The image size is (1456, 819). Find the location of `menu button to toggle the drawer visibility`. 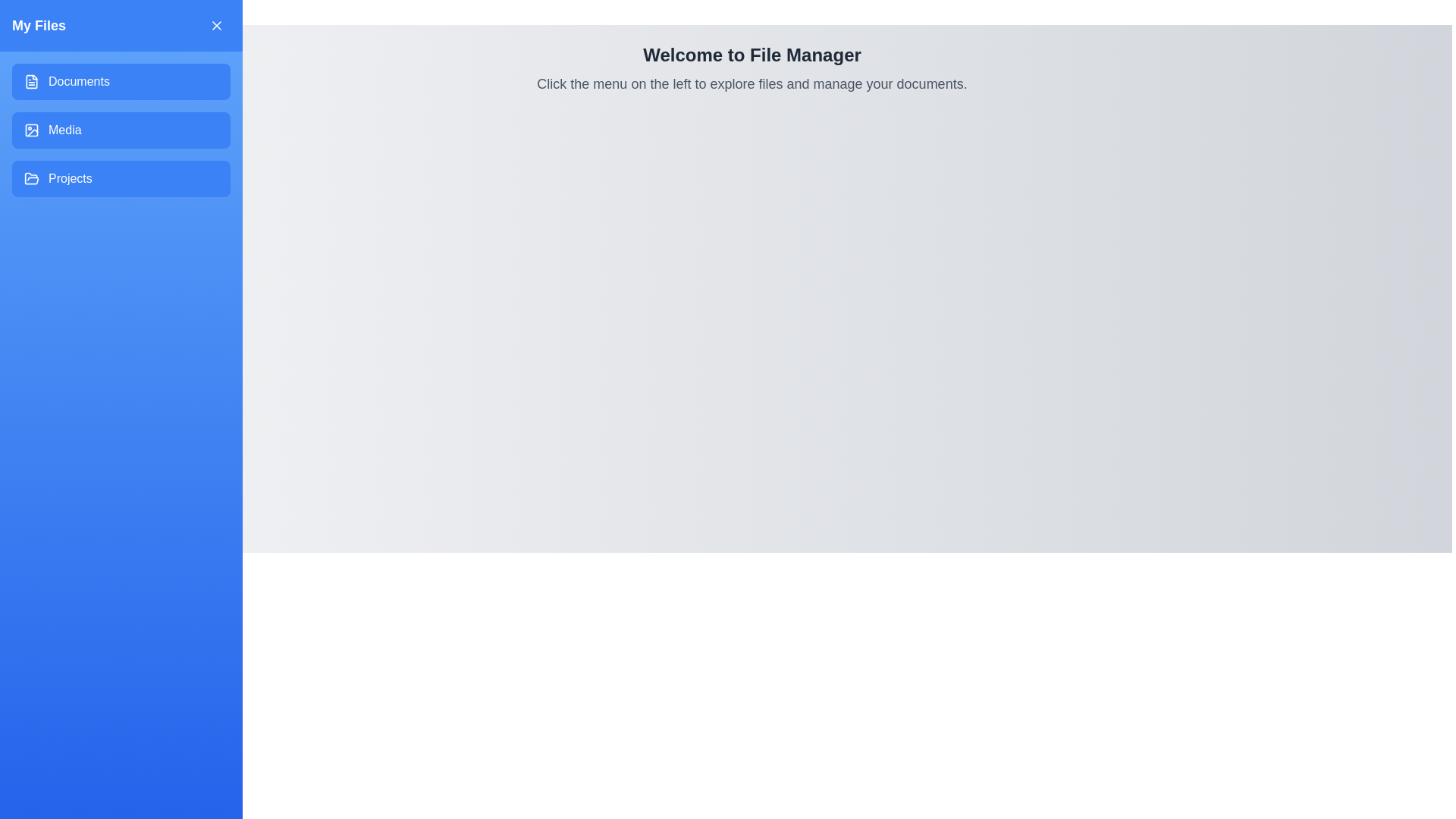

menu button to toggle the drawer visibility is located at coordinates (33, 33).